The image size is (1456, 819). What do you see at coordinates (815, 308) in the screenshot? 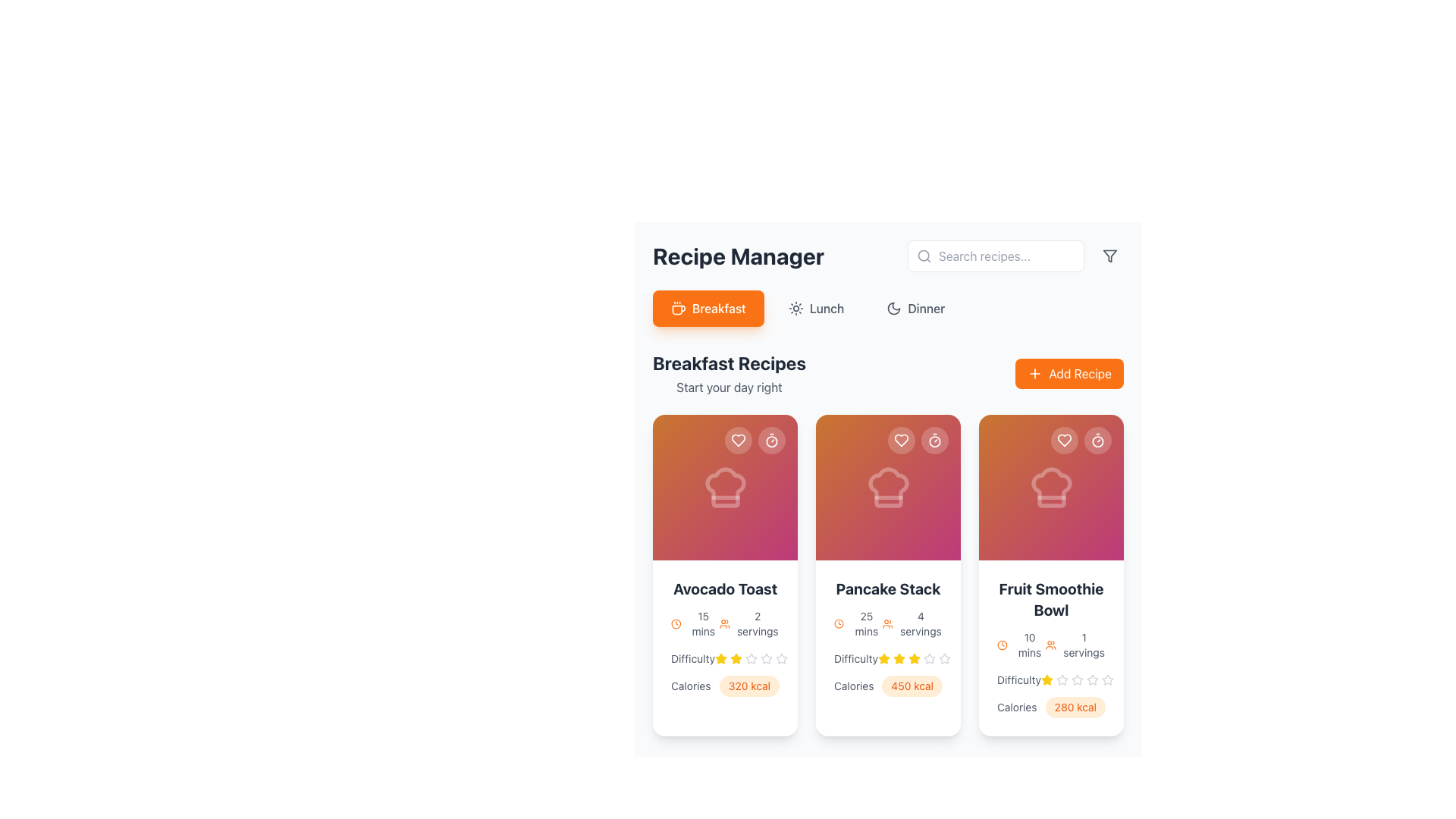
I see `the lunch filter button located between the Breakfast and Dinner buttons under the 'Recipe Manager' title` at bounding box center [815, 308].